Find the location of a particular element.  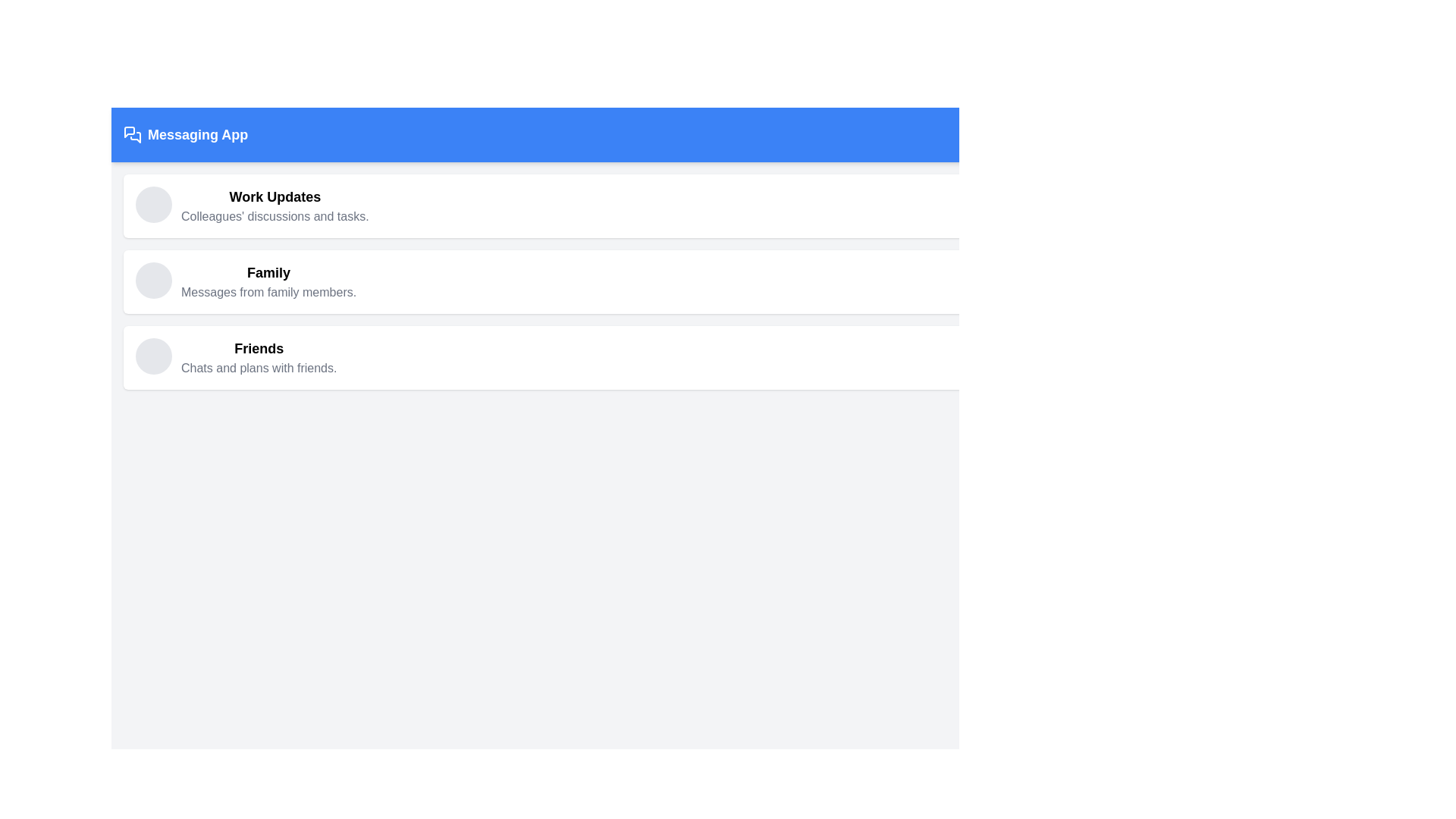

text content of the Text block titled 'Friends', which includes the subtitle 'Chats and plans with friends.' is located at coordinates (259, 357).